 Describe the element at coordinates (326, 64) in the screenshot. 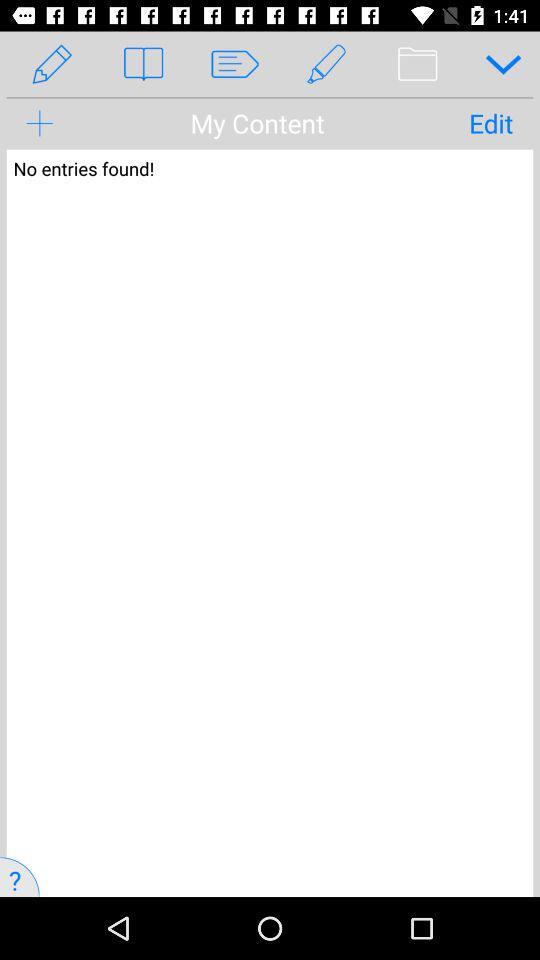

I see `the image left of file manger icon` at that location.